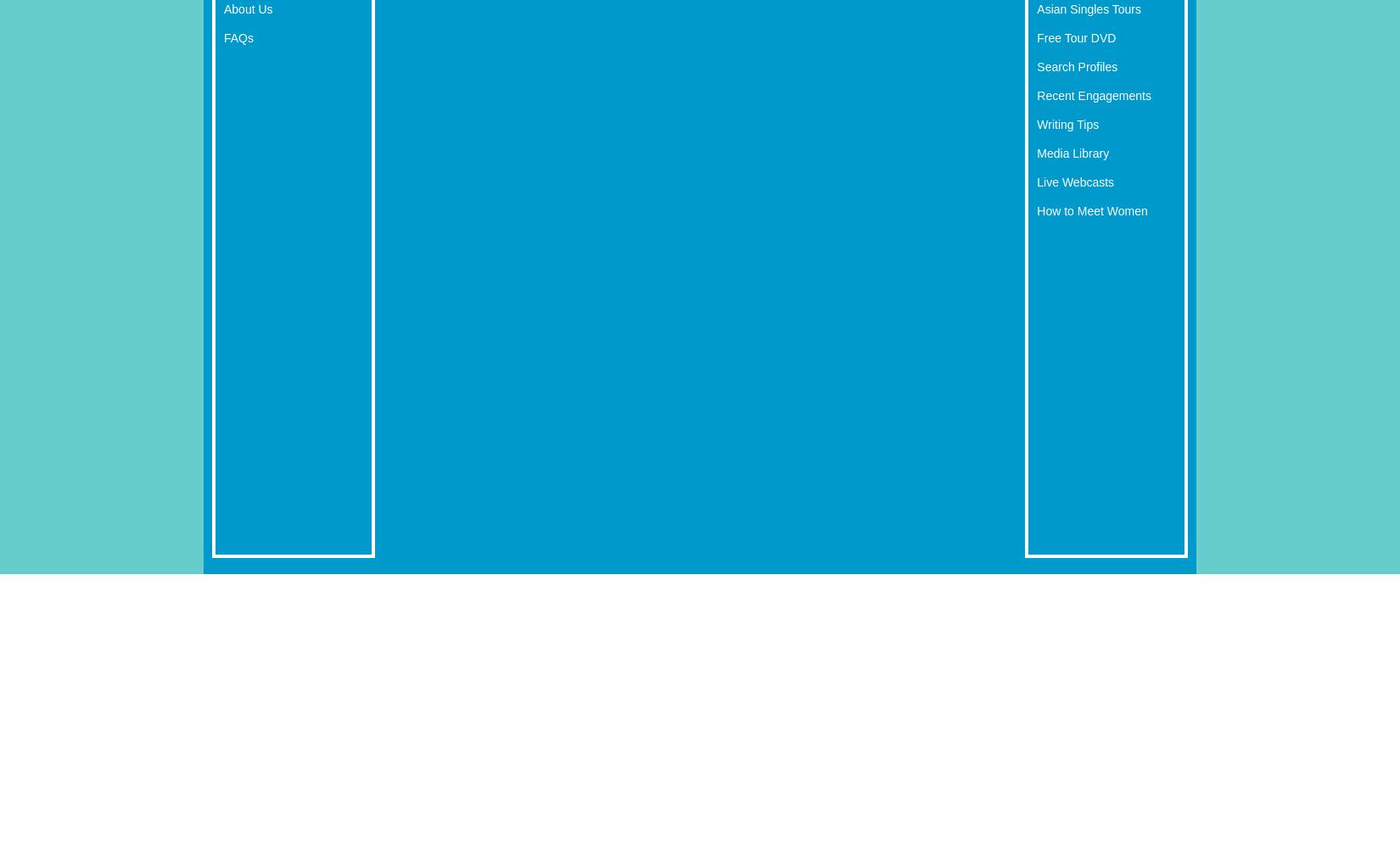 The height and width of the screenshot is (848, 1400). I want to click on 'How to Meet Women', so click(1091, 209).